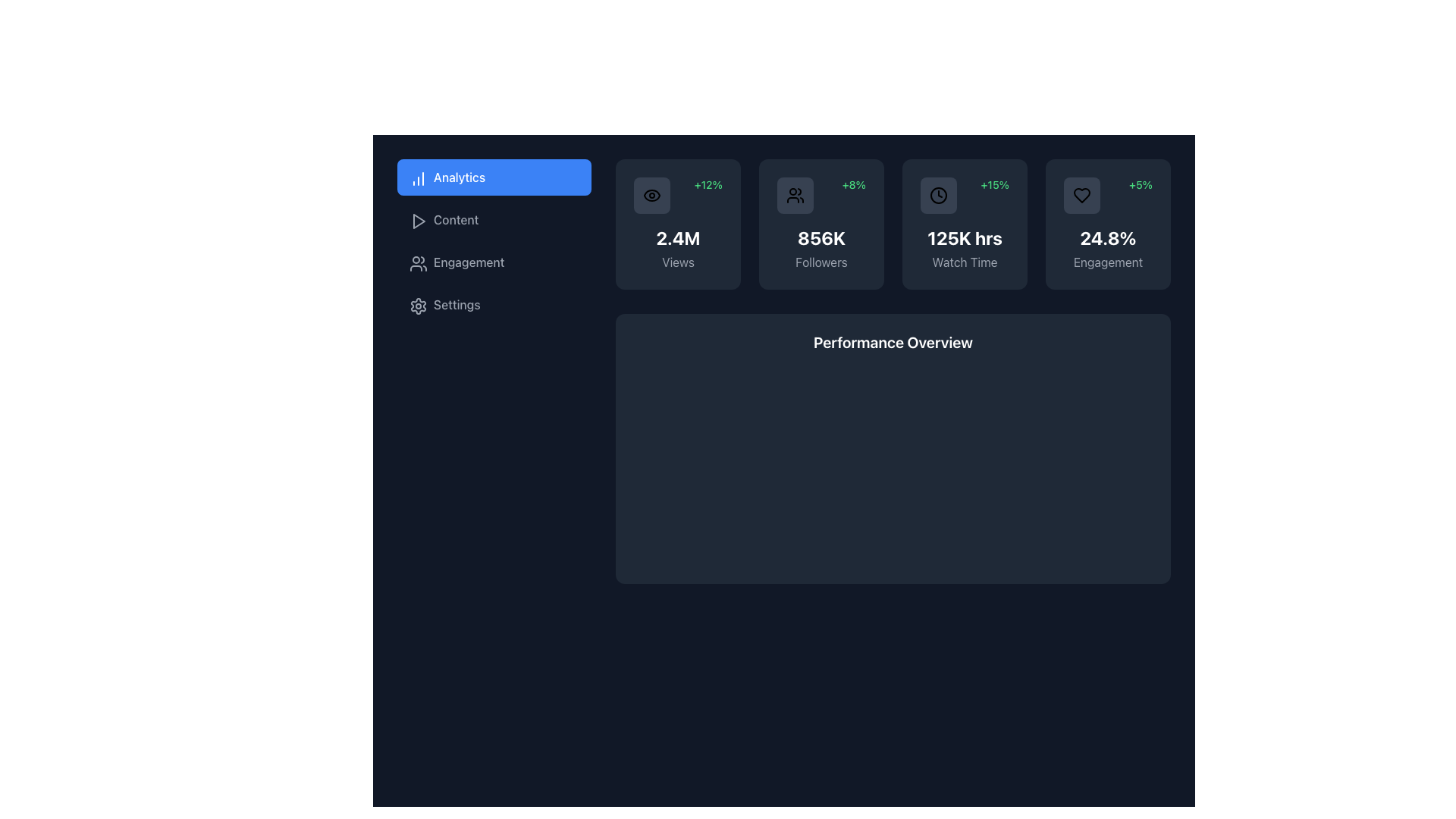 The width and height of the screenshot is (1456, 819). What do you see at coordinates (964, 262) in the screenshot?
I see `the text label indicating total watch time, which is located below the bold '125K hrs' text in the watch time statistics section` at bounding box center [964, 262].